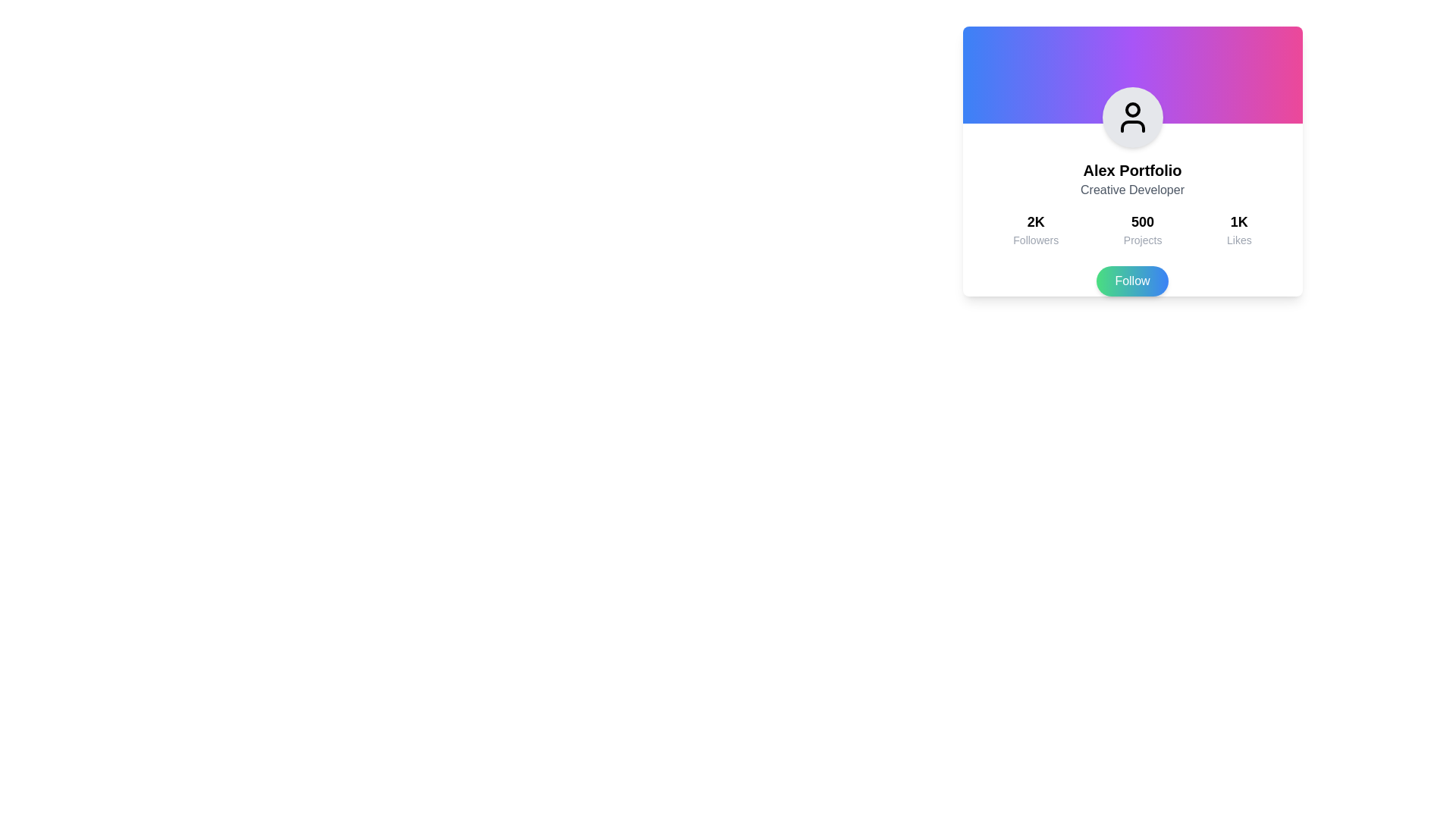  I want to click on the user profile icon, which is a minimalist black outline resembling a head and shoulders, located at the top of the user card for viewing the related user profile, so click(1132, 116).